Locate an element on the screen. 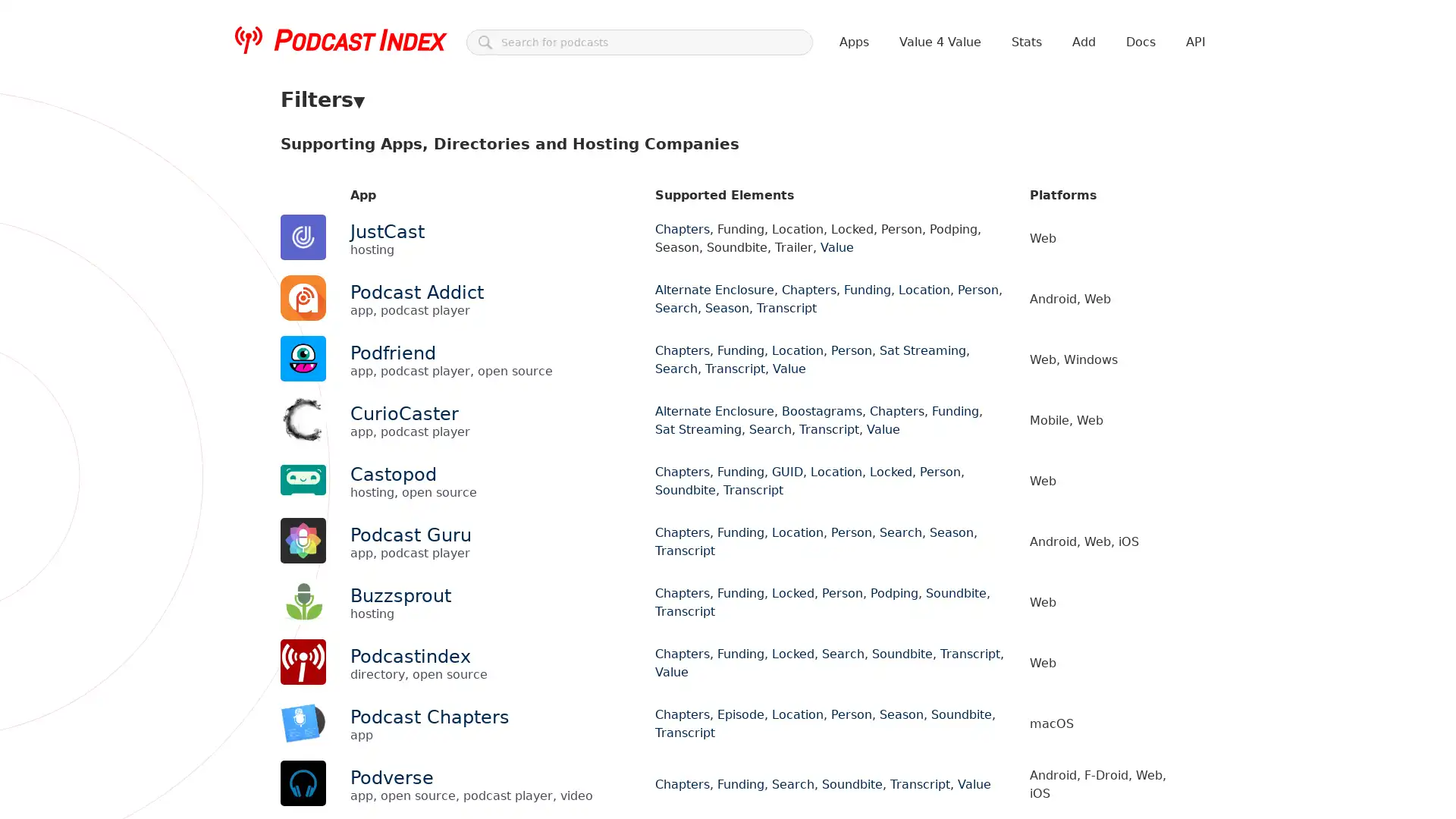 This screenshot has height=819, width=1456. Clear is located at coordinates (301, 146).